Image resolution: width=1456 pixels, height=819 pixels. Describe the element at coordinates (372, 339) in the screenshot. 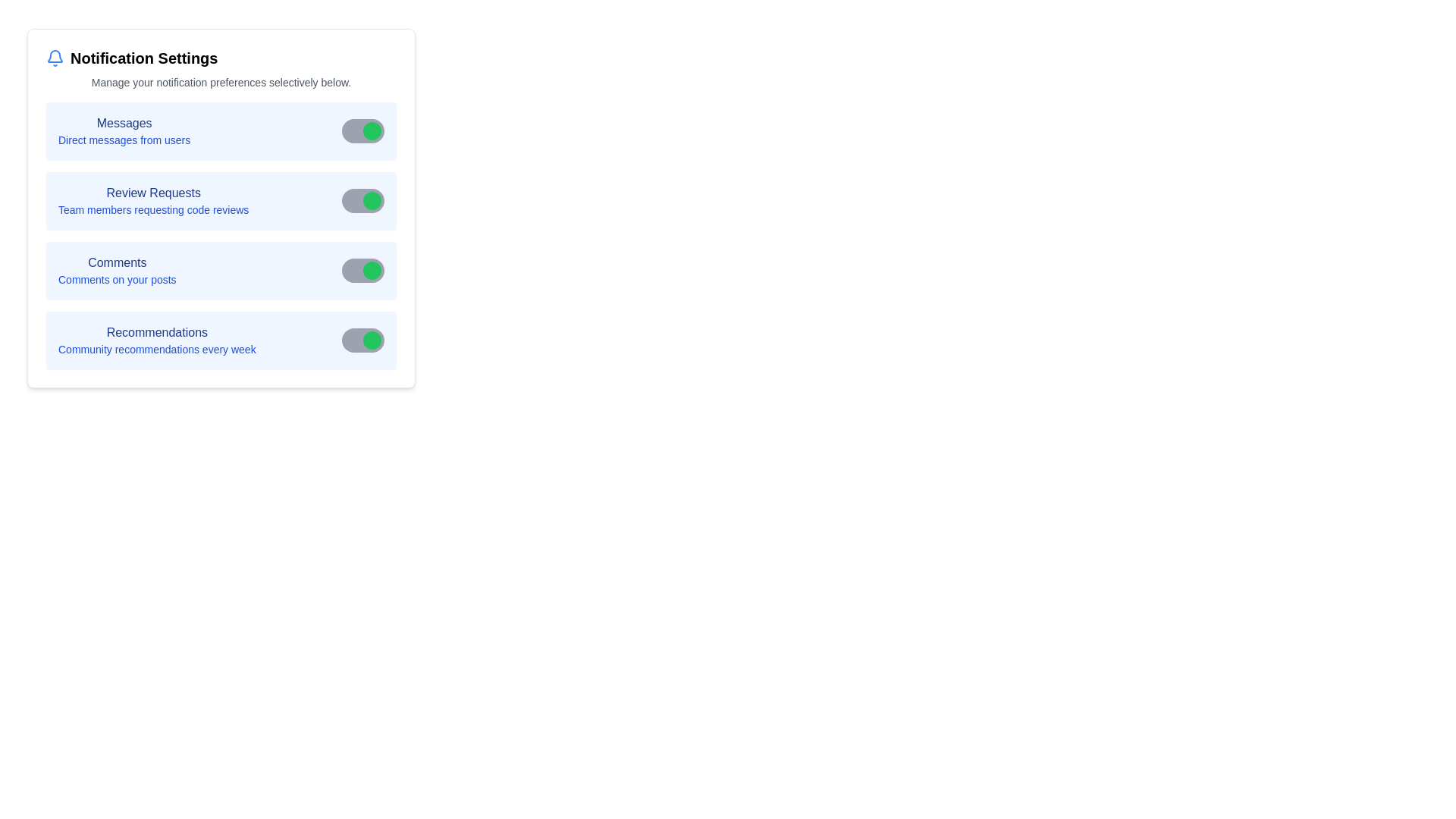

I see `the green circular toggle indicator` at that location.